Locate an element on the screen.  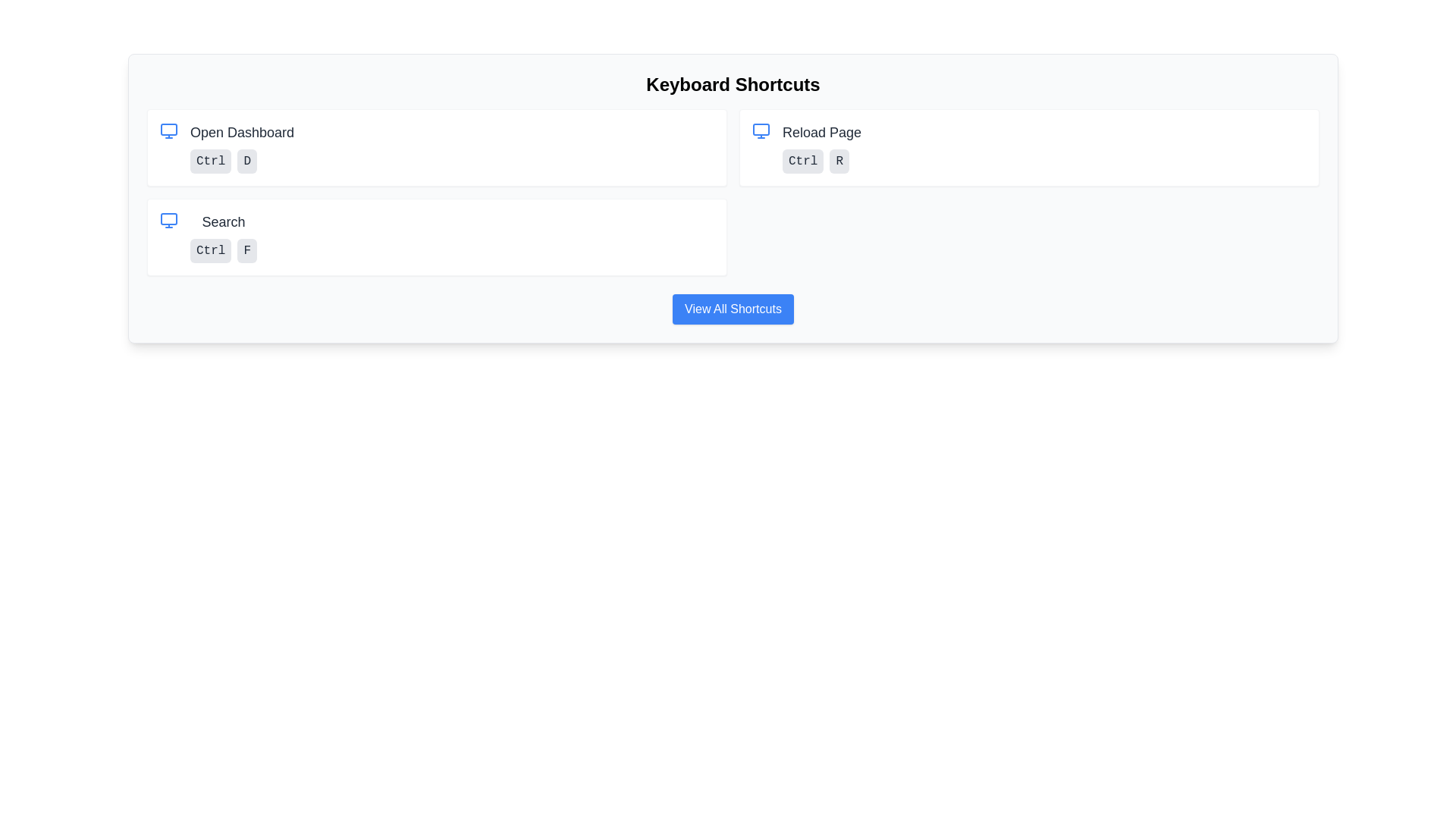
the keyboard shortcut label for 'Ctrl + D' located below the heading 'Open Dashboard' in the left-aligned panel is located at coordinates (241, 161).